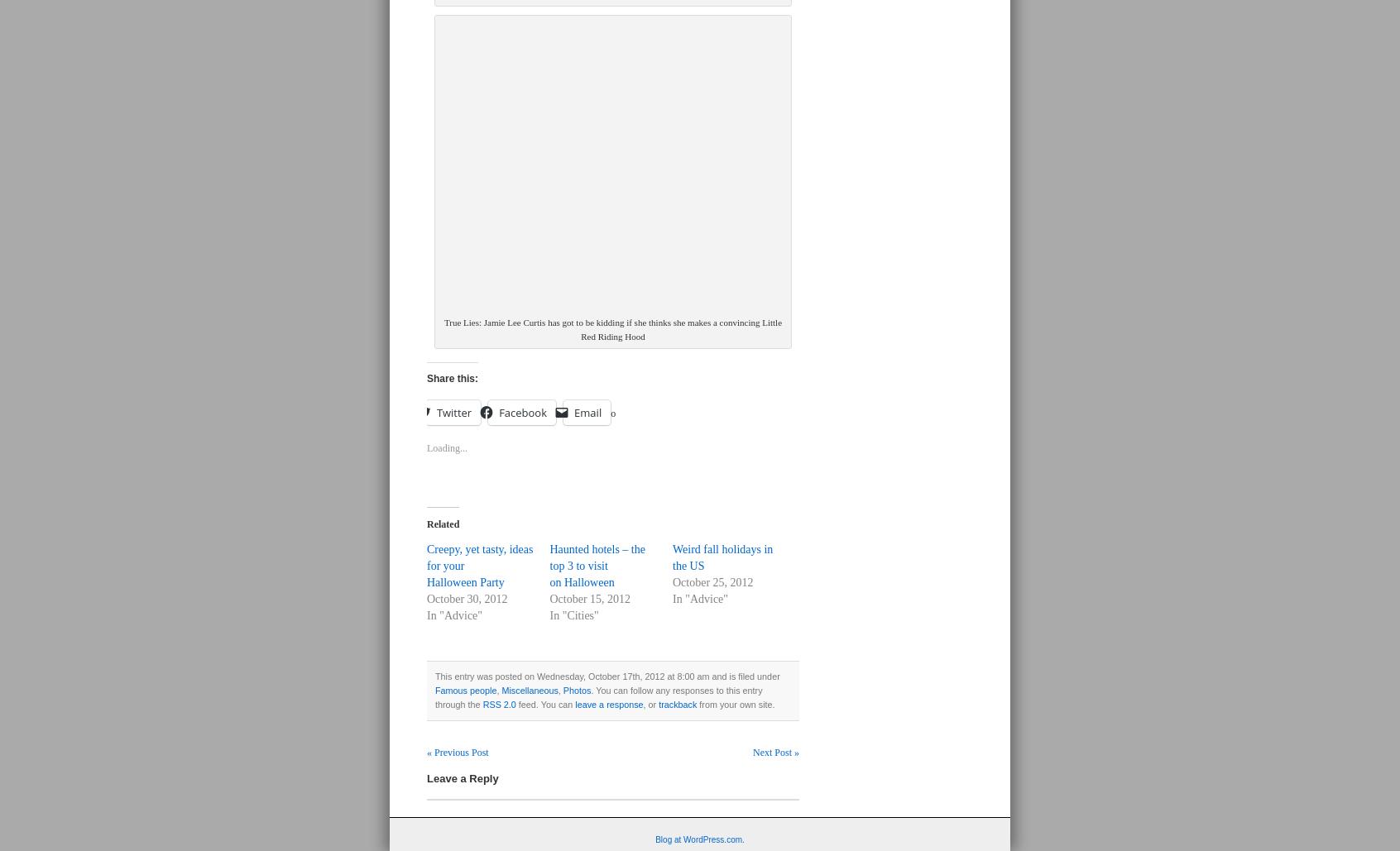  What do you see at coordinates (699, 838) in the screenshot?
I see `'Blog at WordPress.com.'` at bounding box center [699, 838].